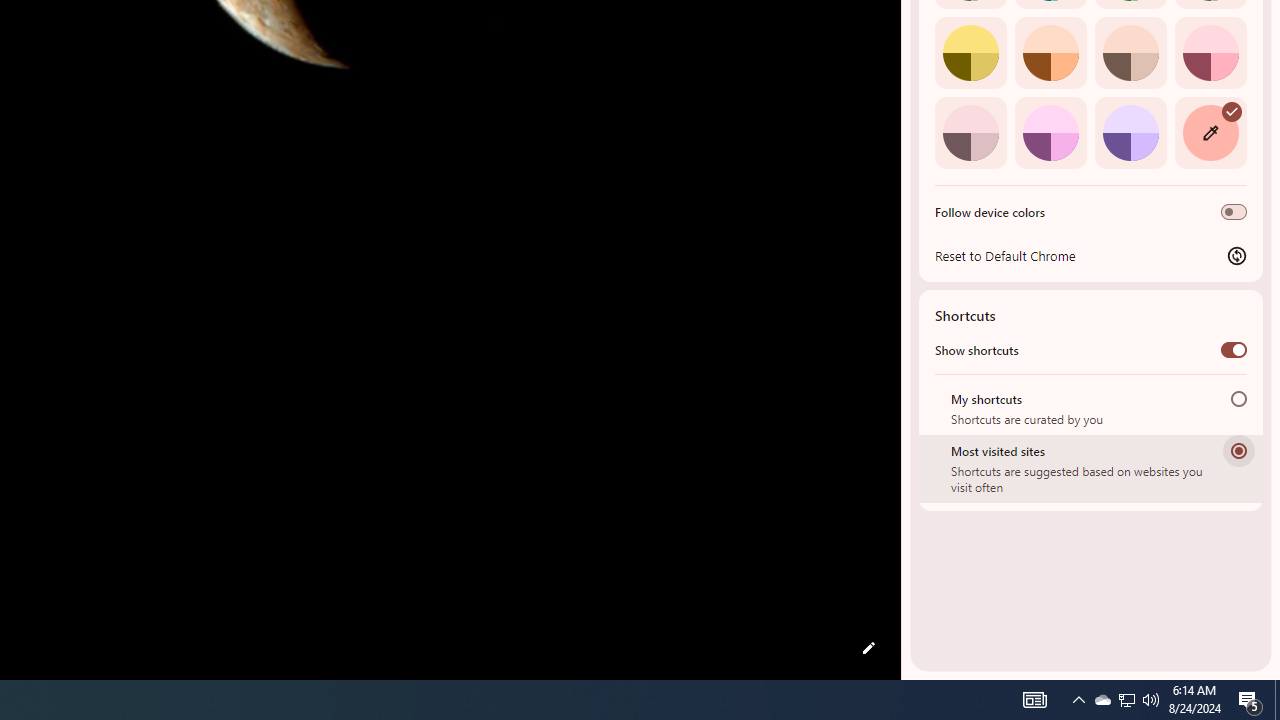 The width and height of the screenshot is (1280, 720). Describe the element at coordinates (1090, 254) in the screenshot. I see `'Reset to Default Chrome'` at that location.